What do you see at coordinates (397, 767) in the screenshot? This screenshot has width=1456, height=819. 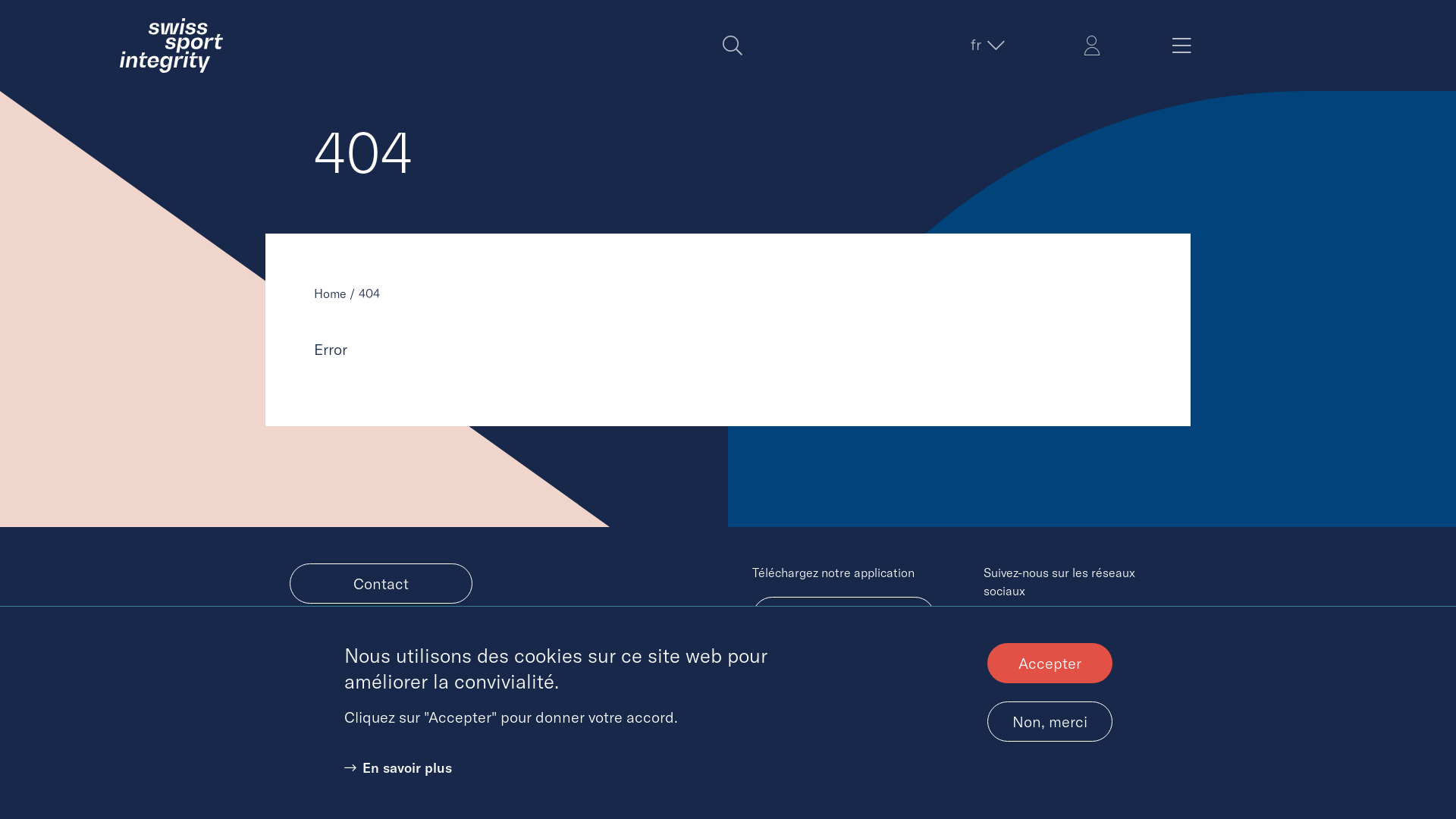 I see `'En savoir plus'` at bounding box center [397, 767].